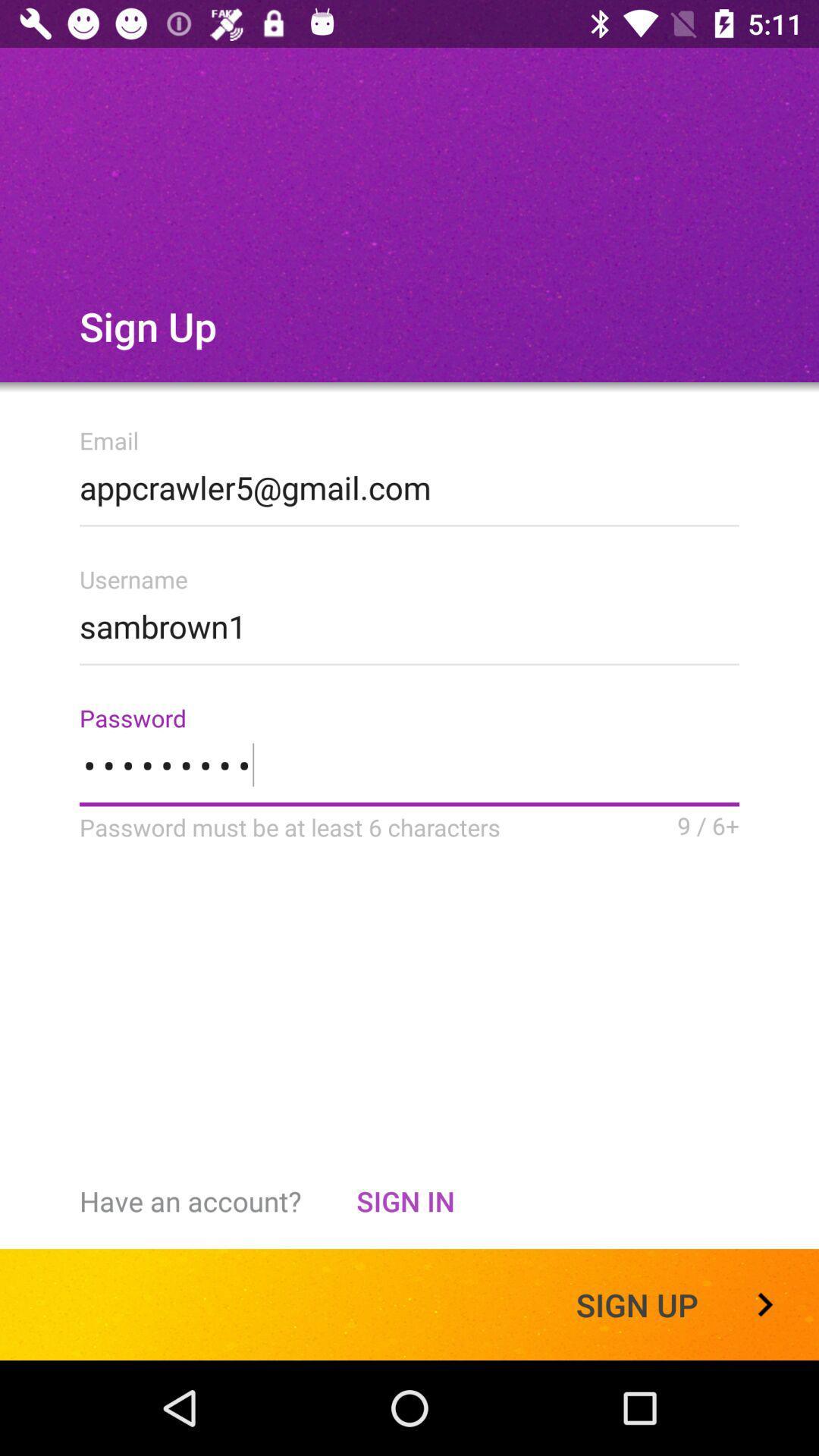 This screenshot has height=1456, width=819. I want to click on item next to the have an account?, so click(404, 1200).